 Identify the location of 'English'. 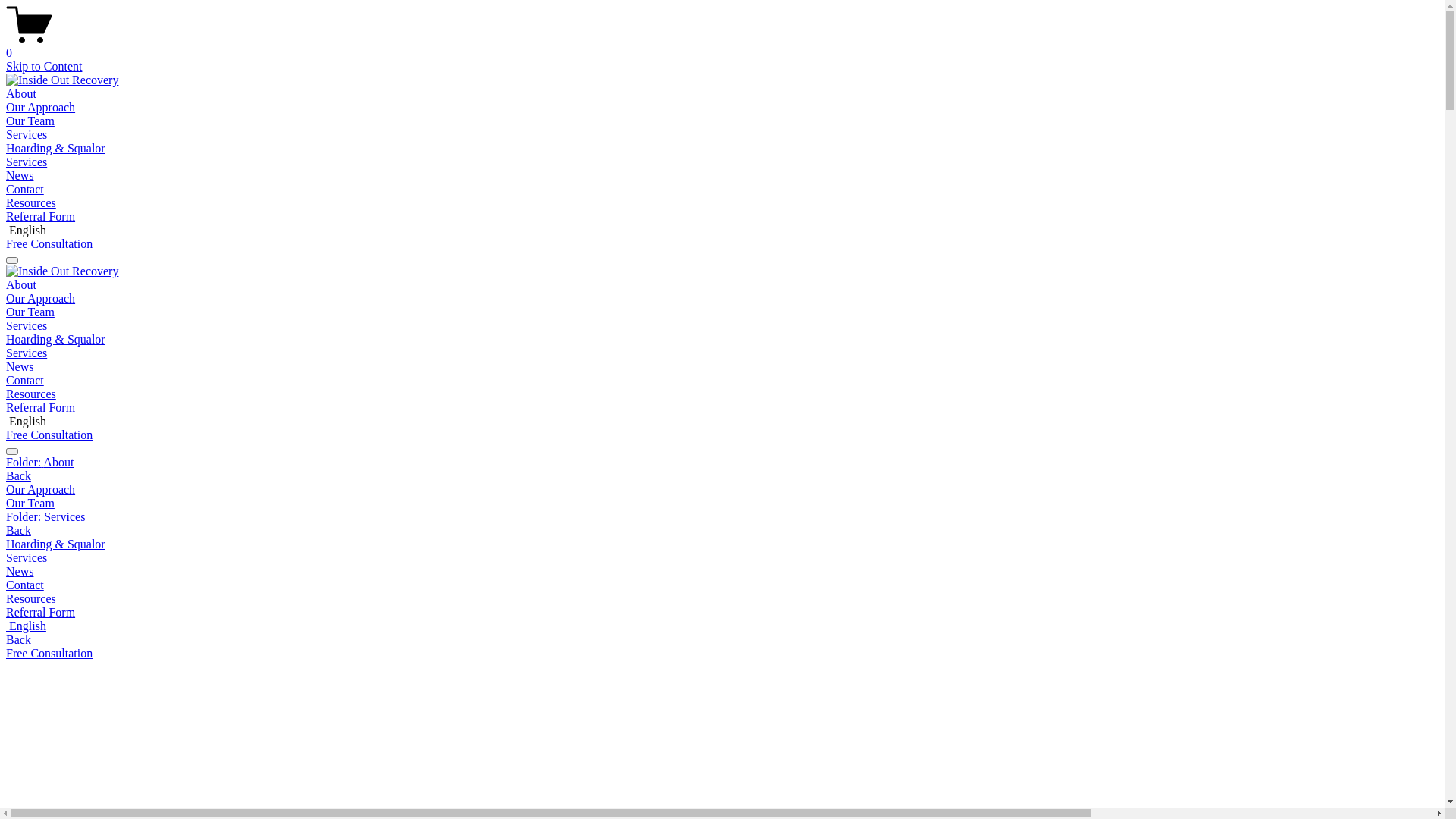
(721, 626).